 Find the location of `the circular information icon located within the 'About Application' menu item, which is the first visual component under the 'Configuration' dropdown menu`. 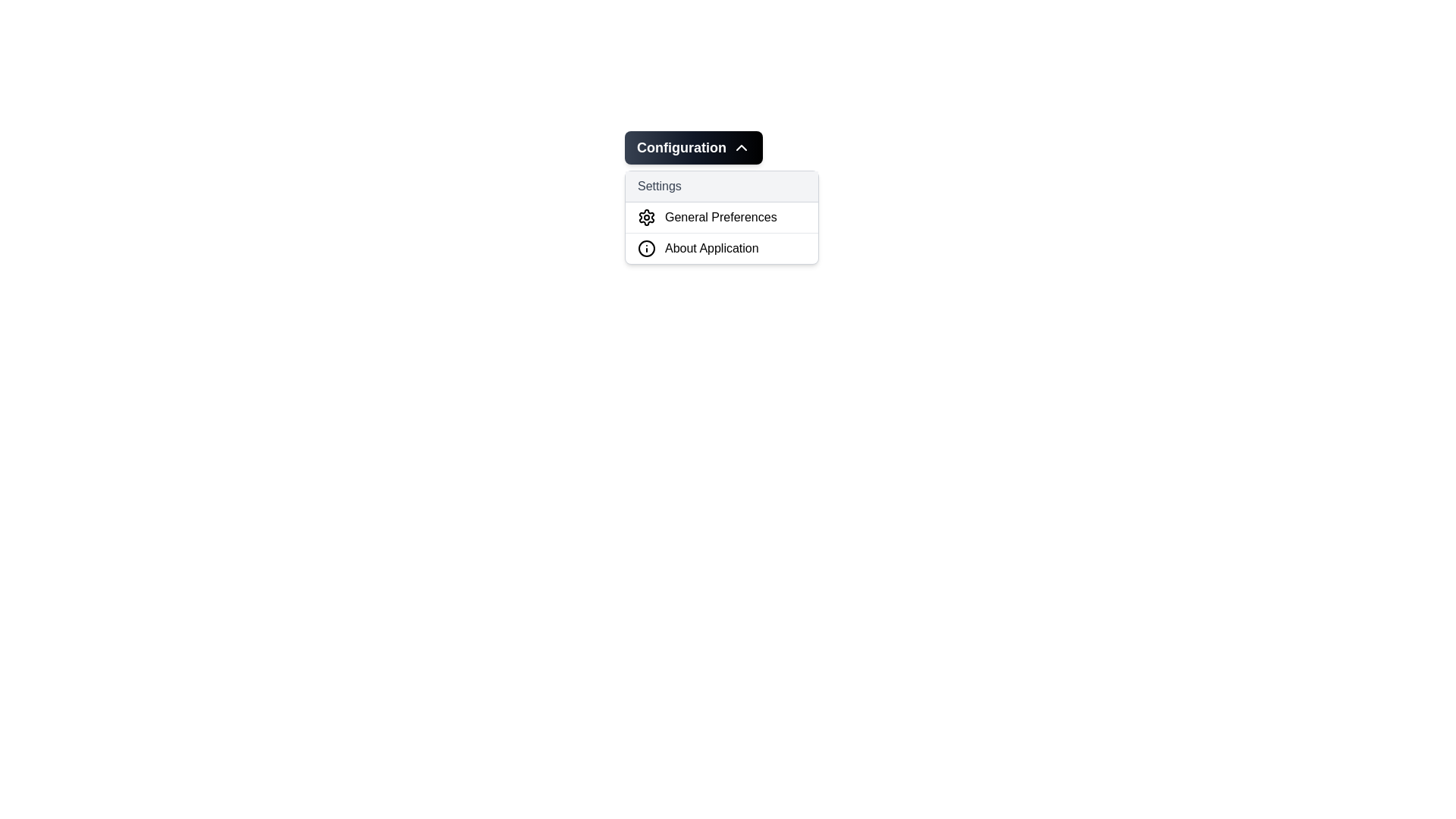

the circular information icon located within the 'About Application' menu item, which is the first visual component under the 'Configuration' dropdown menu is located at coordinates (647, 247).